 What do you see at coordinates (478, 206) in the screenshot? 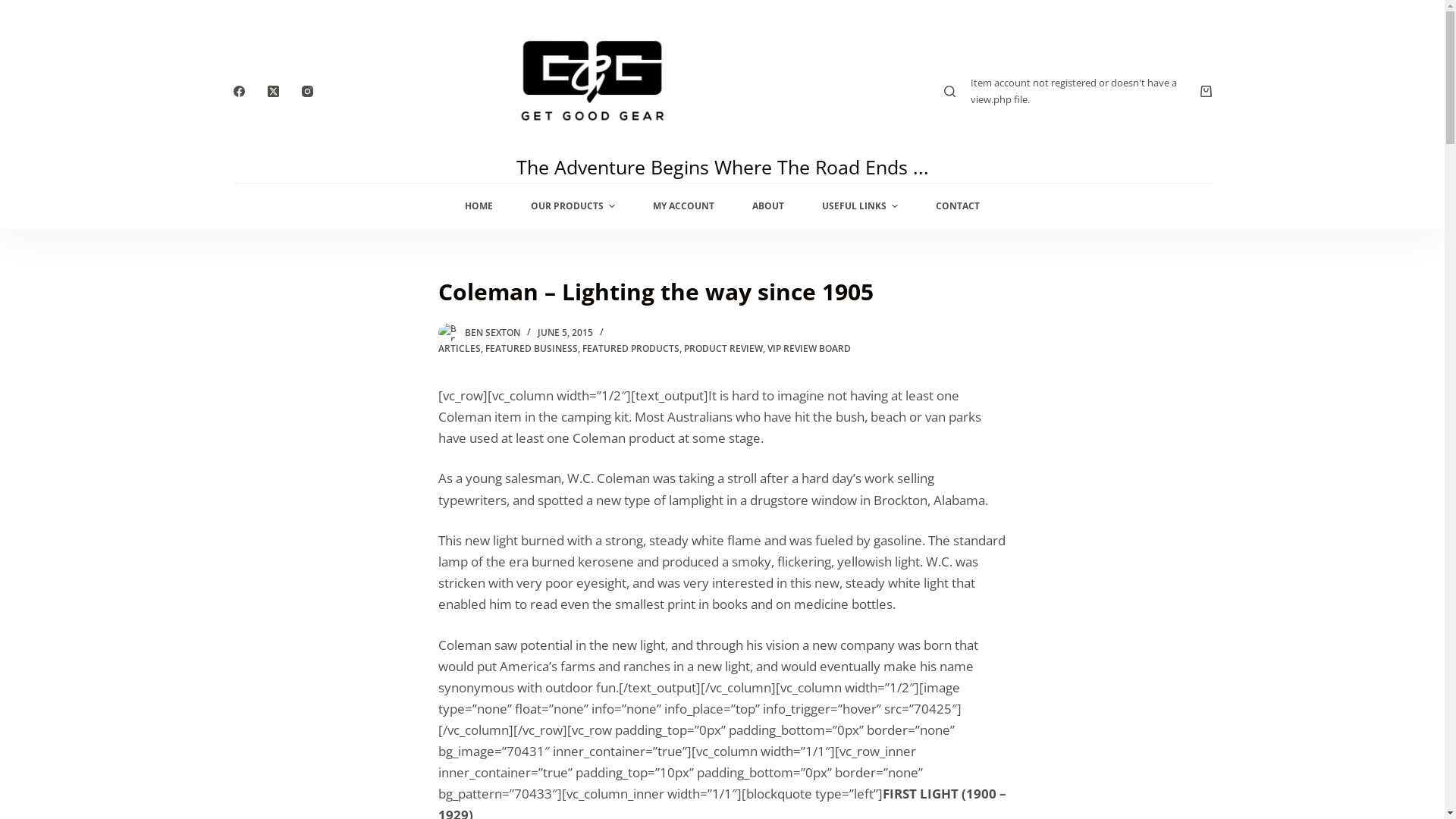
I see `'HOME'` at bounding box center [478, 206].